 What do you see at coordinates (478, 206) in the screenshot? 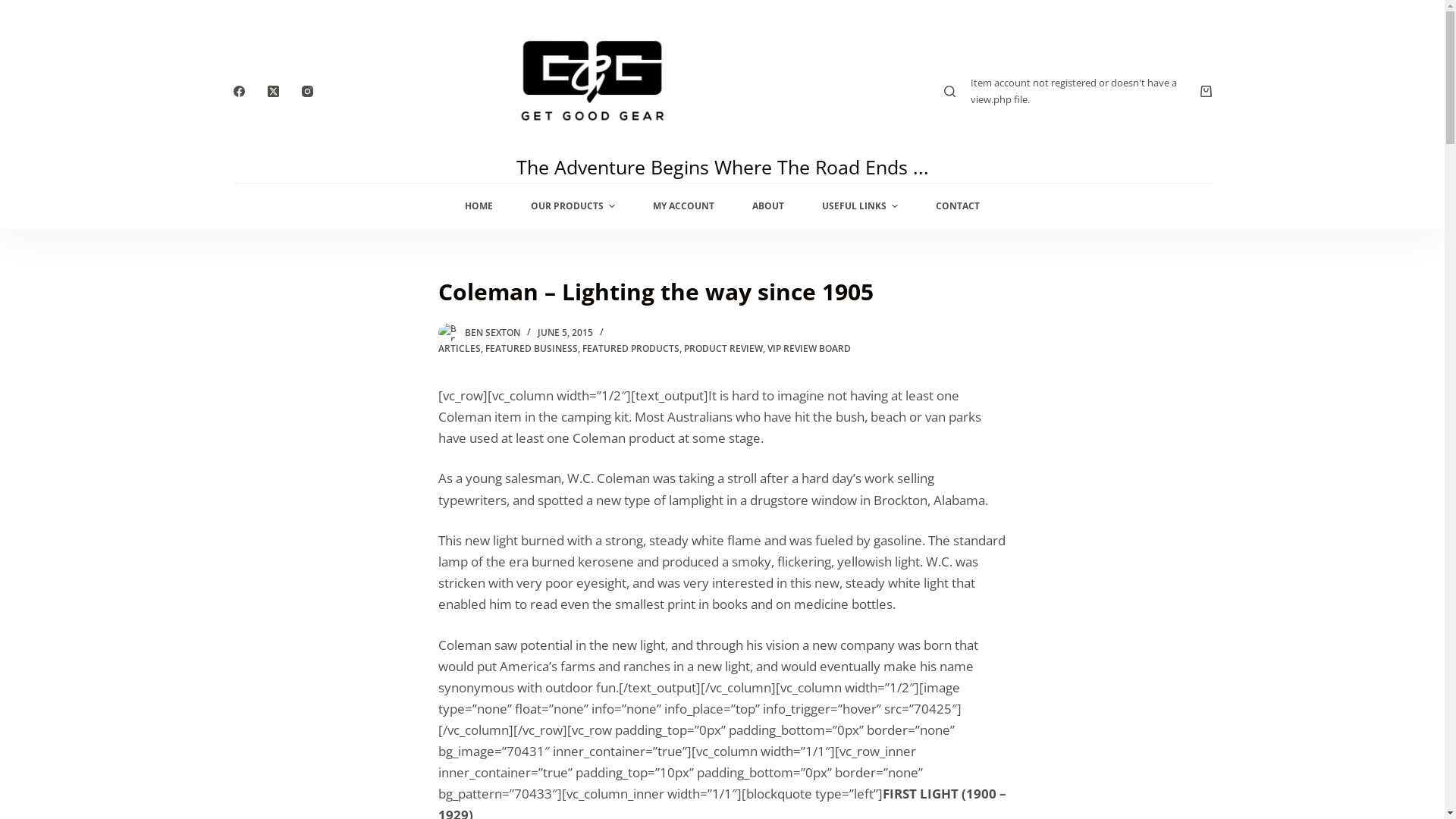
I see `'HOME'` at bounding box center [478, 206].